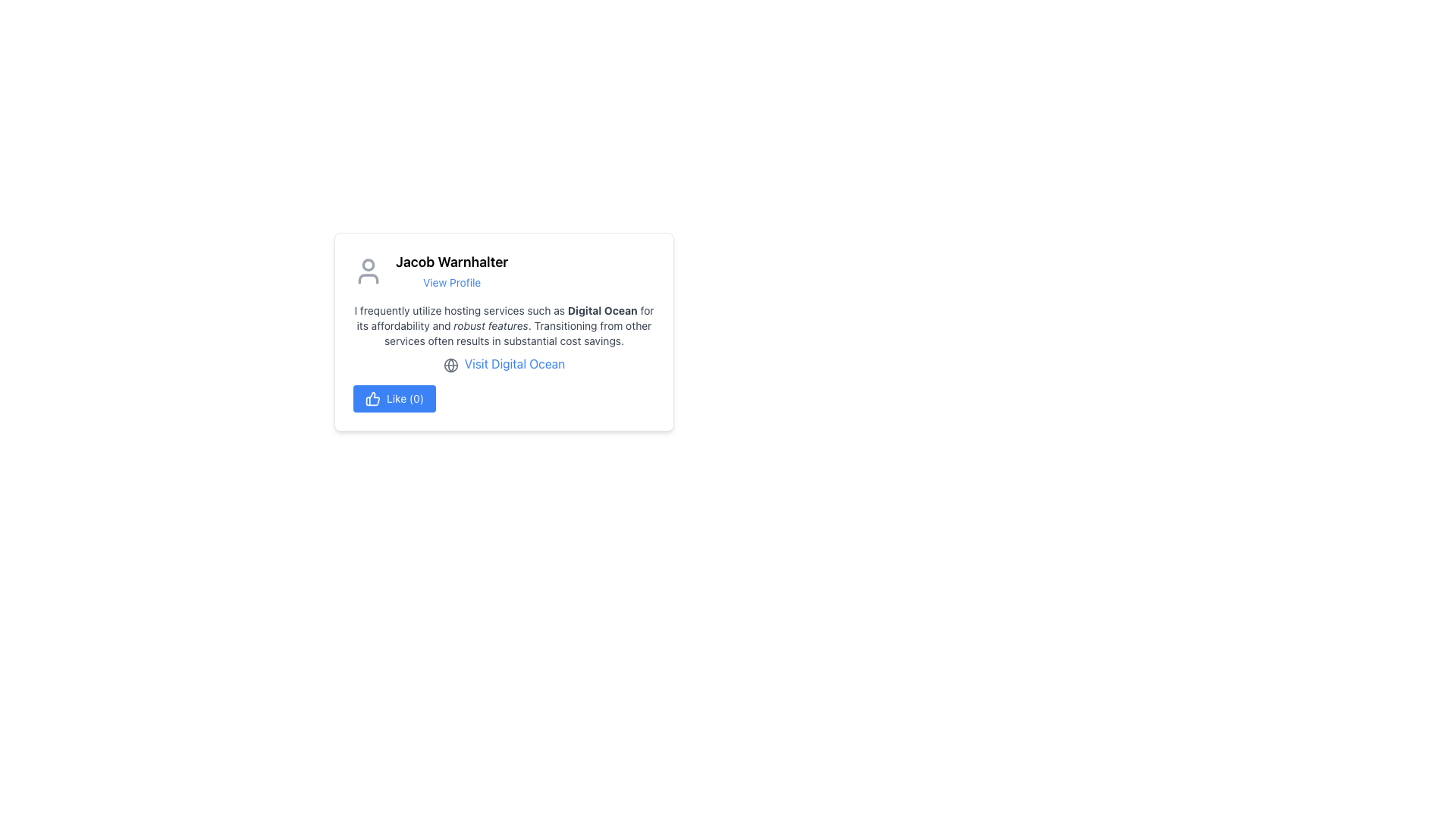  Describe the element at coordinates (504, 271) in the screenshot. I see `the Profile header that displays the individual's name and provides a link for navigation` at that location.